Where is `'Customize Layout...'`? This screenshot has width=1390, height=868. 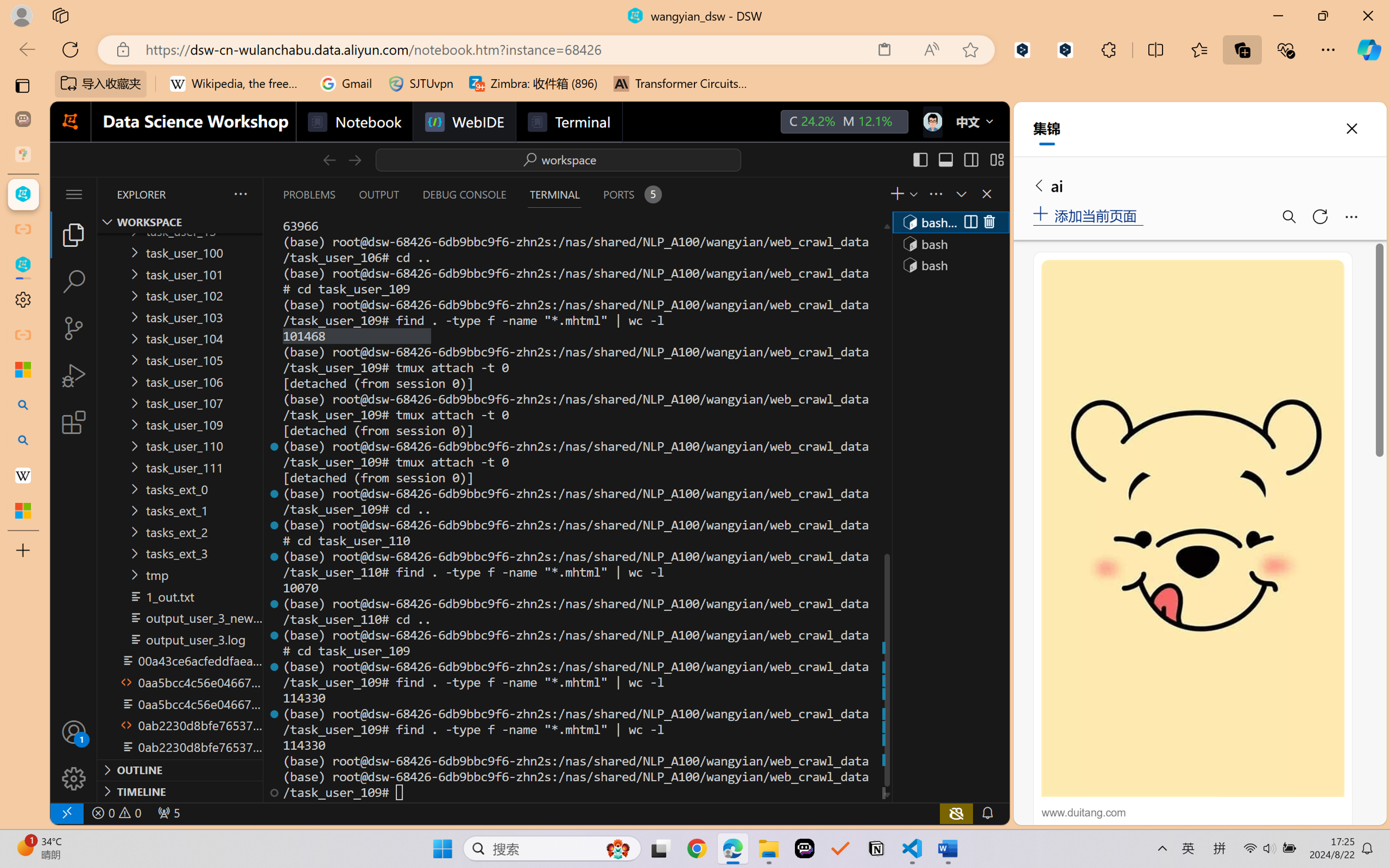
'Customize Layout...' is located at coordinates (996, 159).